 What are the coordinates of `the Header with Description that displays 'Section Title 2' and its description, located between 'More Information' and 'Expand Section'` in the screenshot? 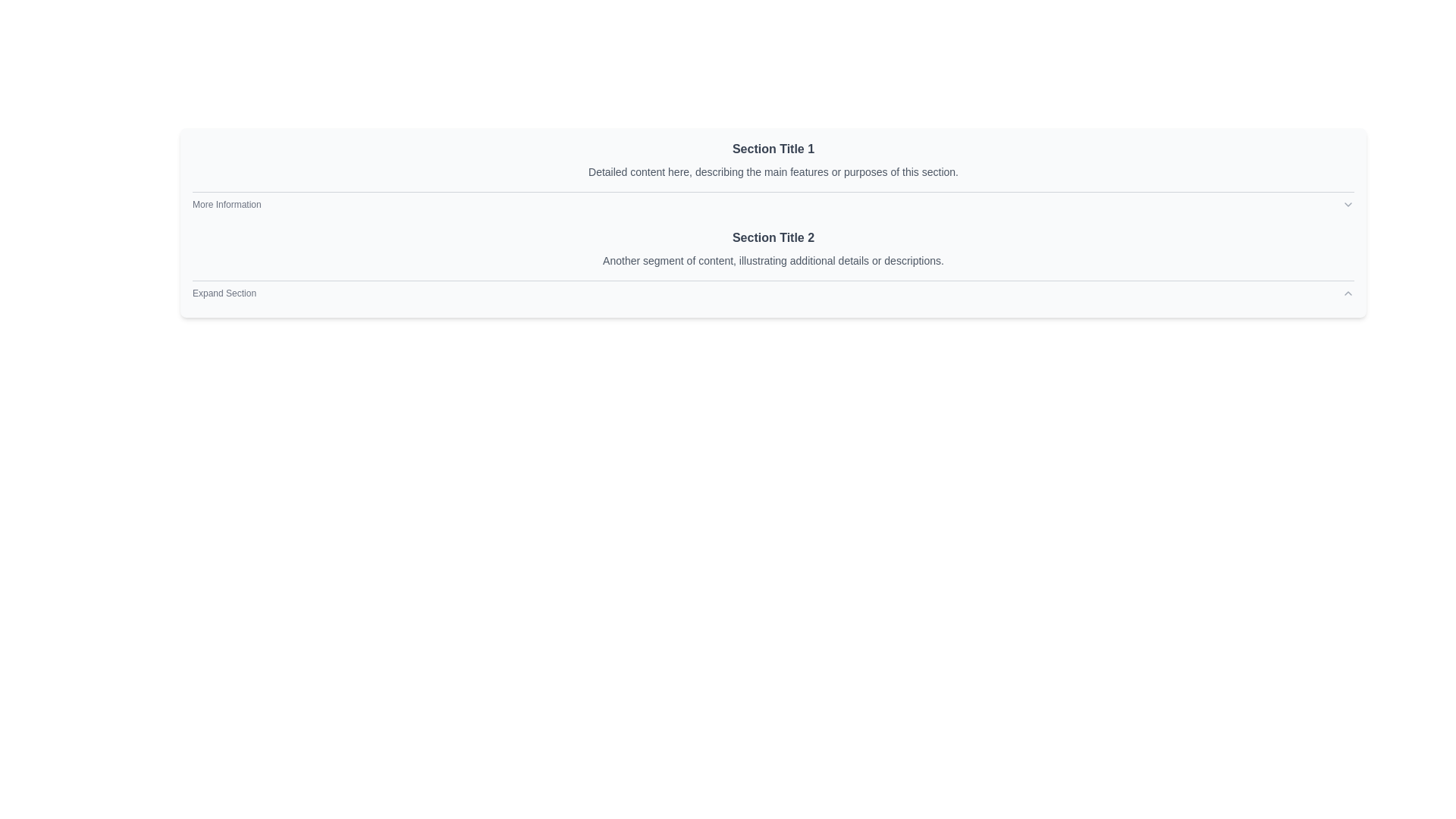 It's located at (773, 247).